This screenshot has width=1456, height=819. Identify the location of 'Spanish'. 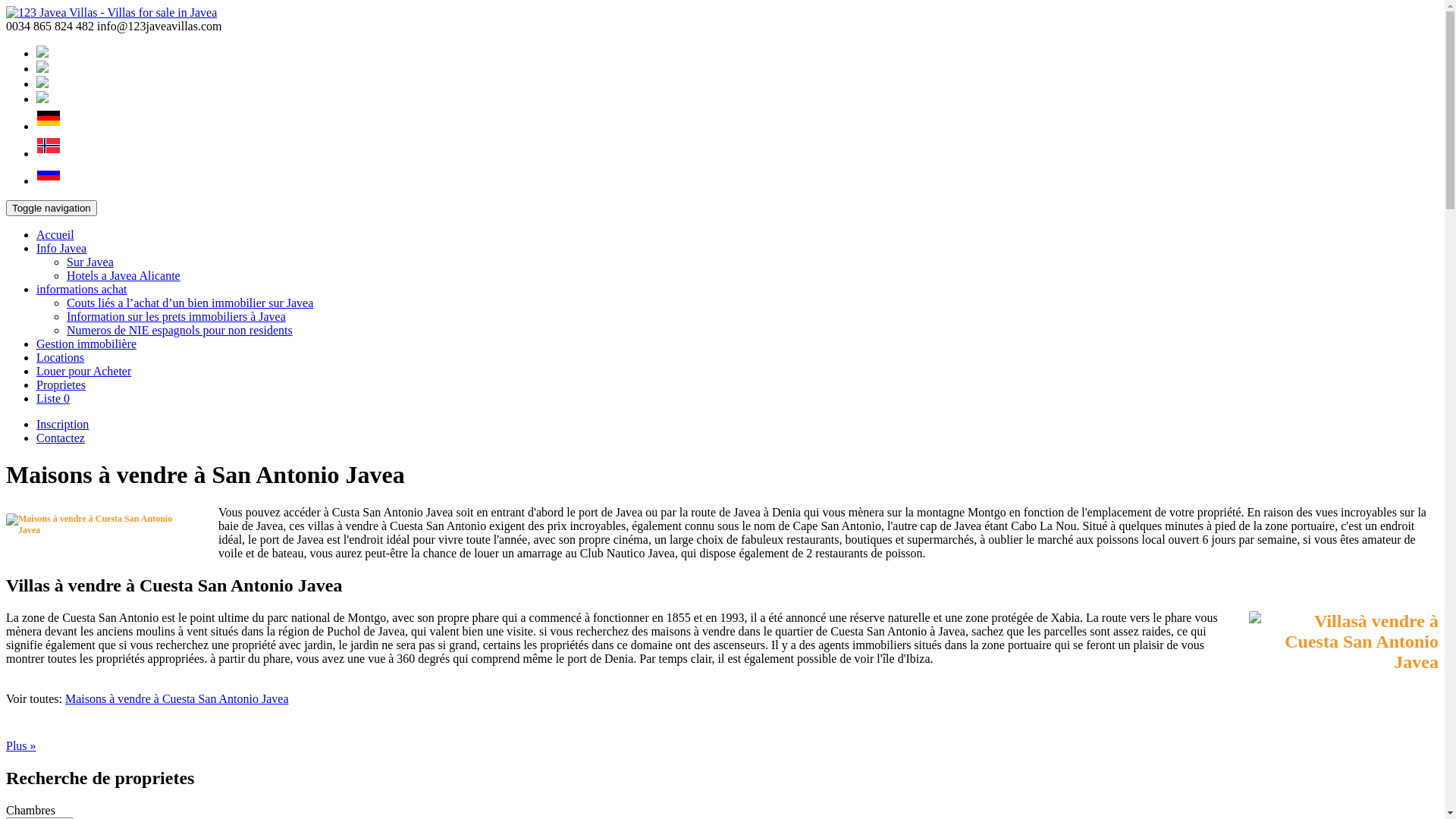
(42, 83).